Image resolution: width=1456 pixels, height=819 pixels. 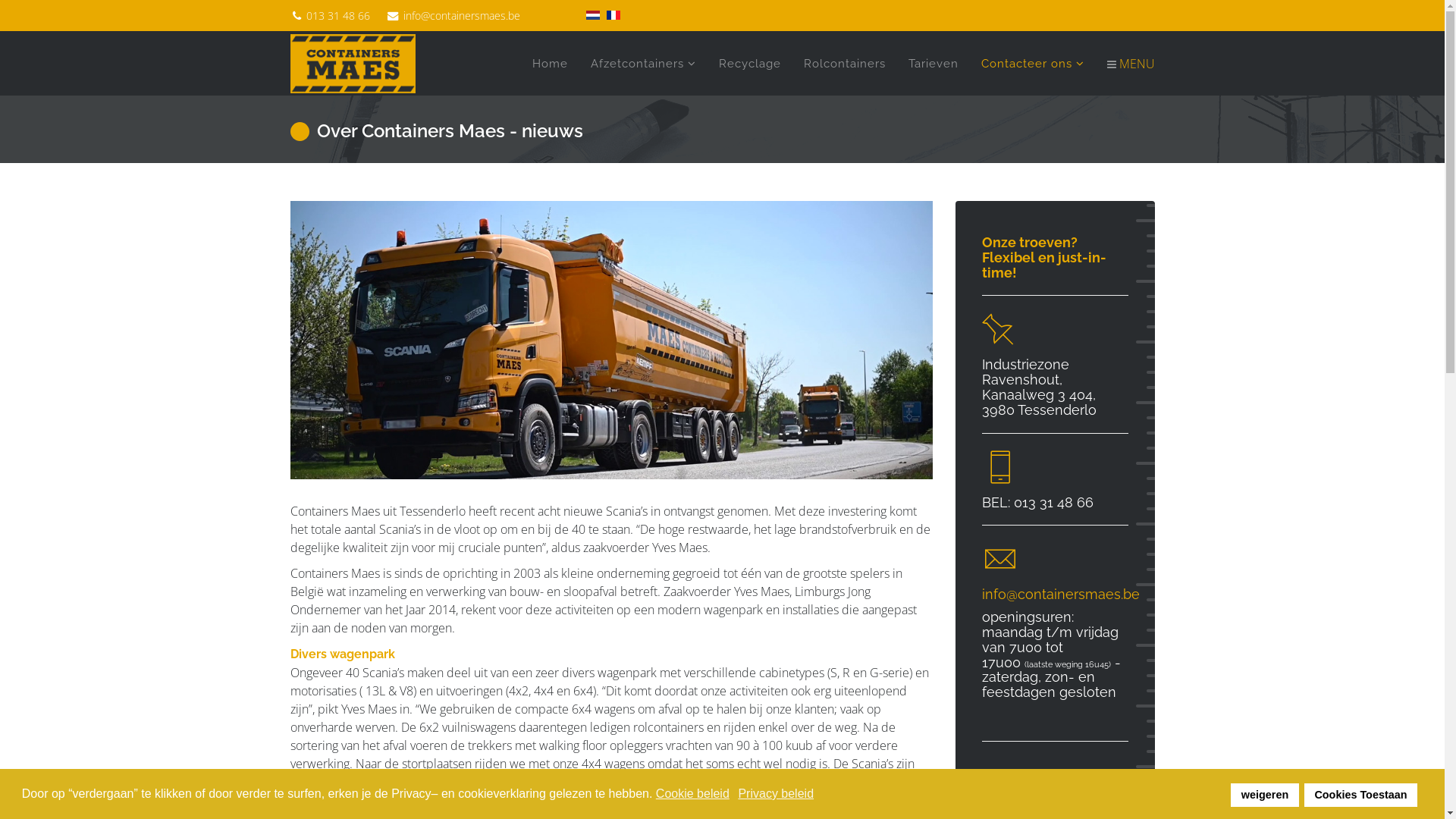 I want to click on 'Cookies Toestaan', so click(x=1360, y=794).